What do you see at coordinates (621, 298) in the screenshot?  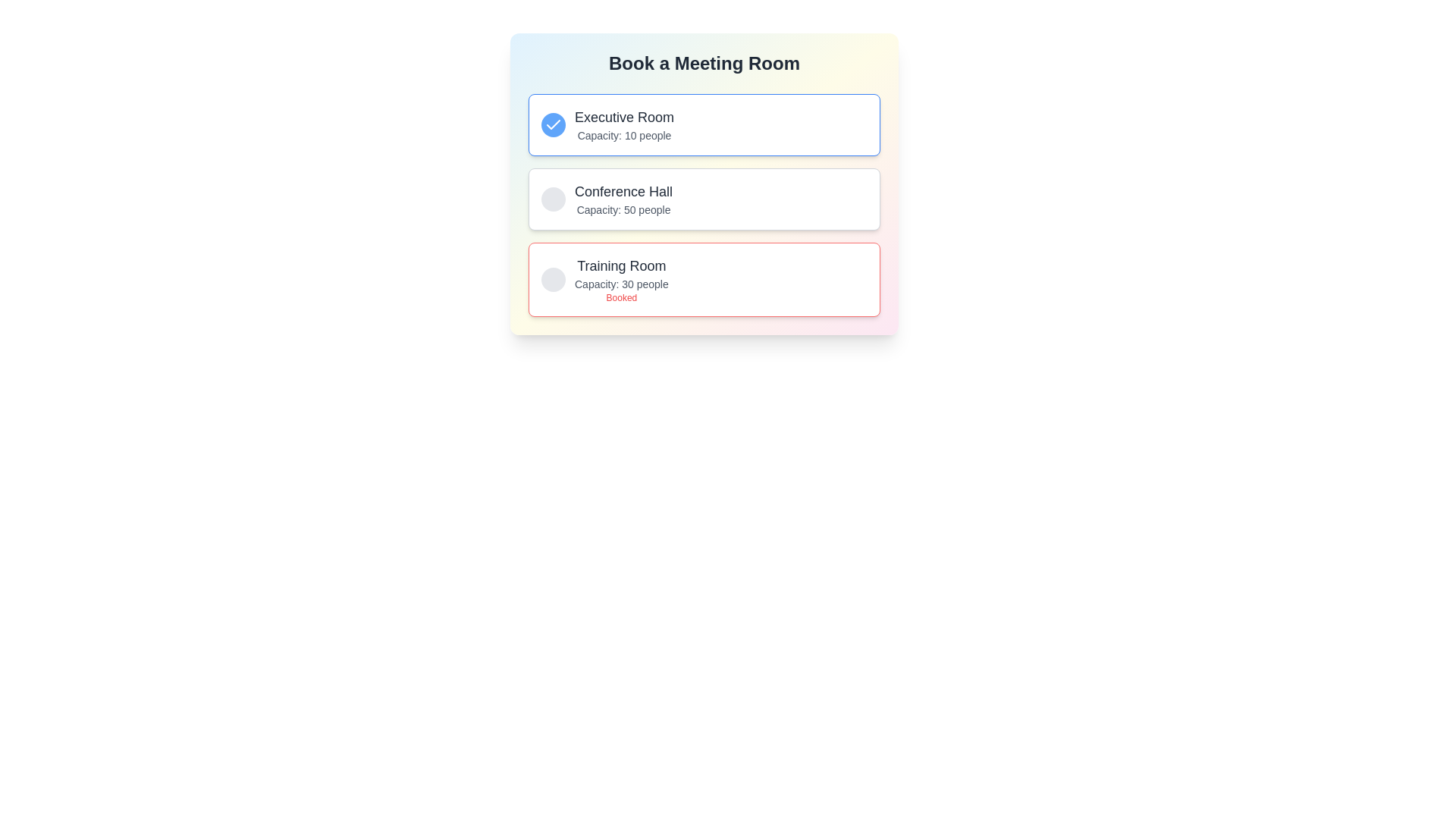 I see `the Status indicator of the 'Training Room' which conveys that the room is currently booked and unavailable for reservation` at bounding box center [621, 298].